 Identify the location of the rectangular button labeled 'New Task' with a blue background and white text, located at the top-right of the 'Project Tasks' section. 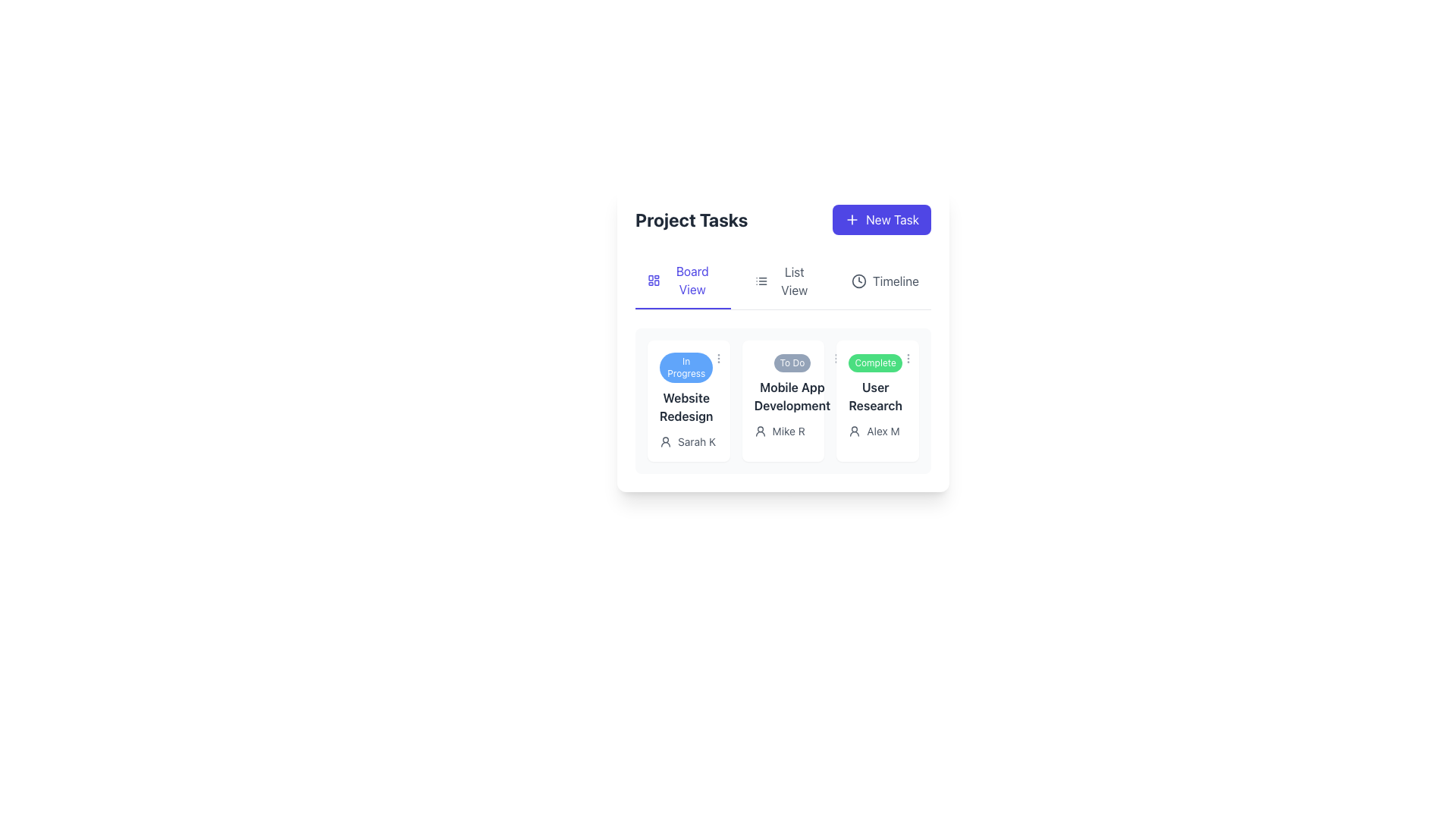
(882, 219).